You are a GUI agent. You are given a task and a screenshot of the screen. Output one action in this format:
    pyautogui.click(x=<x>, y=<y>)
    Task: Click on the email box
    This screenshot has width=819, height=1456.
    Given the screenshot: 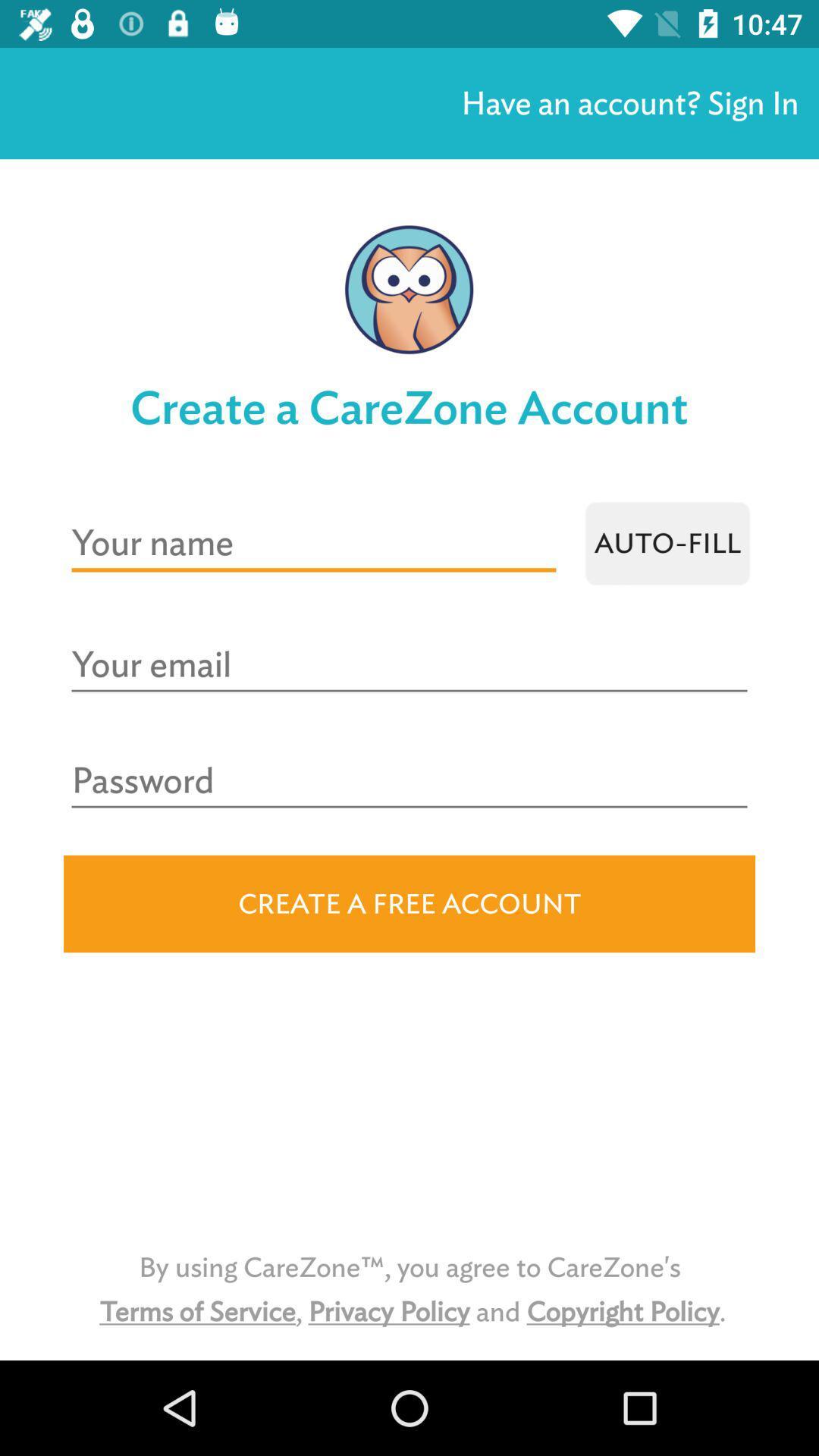 What is the action you would take?
    pyautogui.click(x=409, y=665)
    